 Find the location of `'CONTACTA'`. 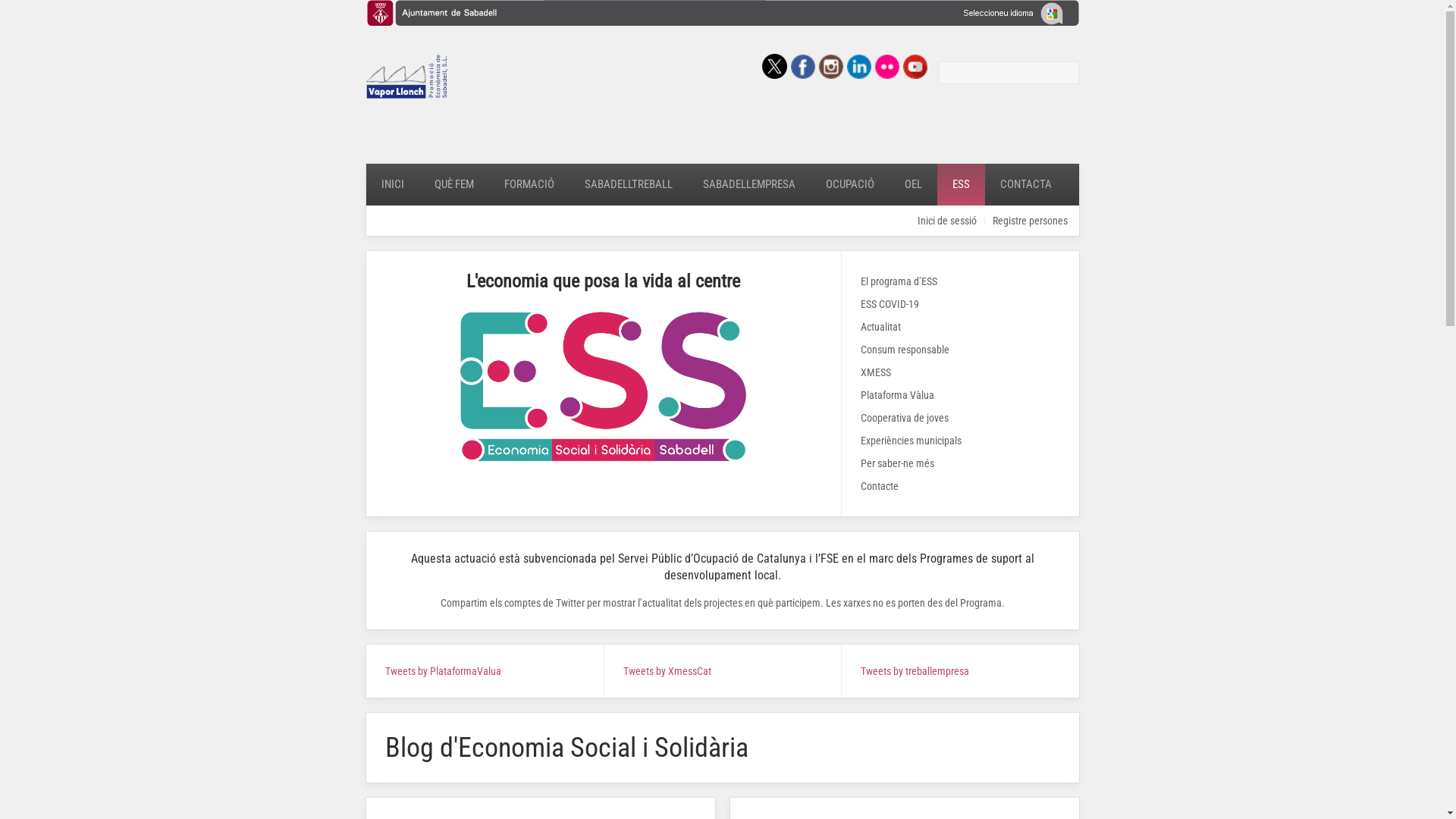

'CONTACTA' is located at coordinates (984, 184).